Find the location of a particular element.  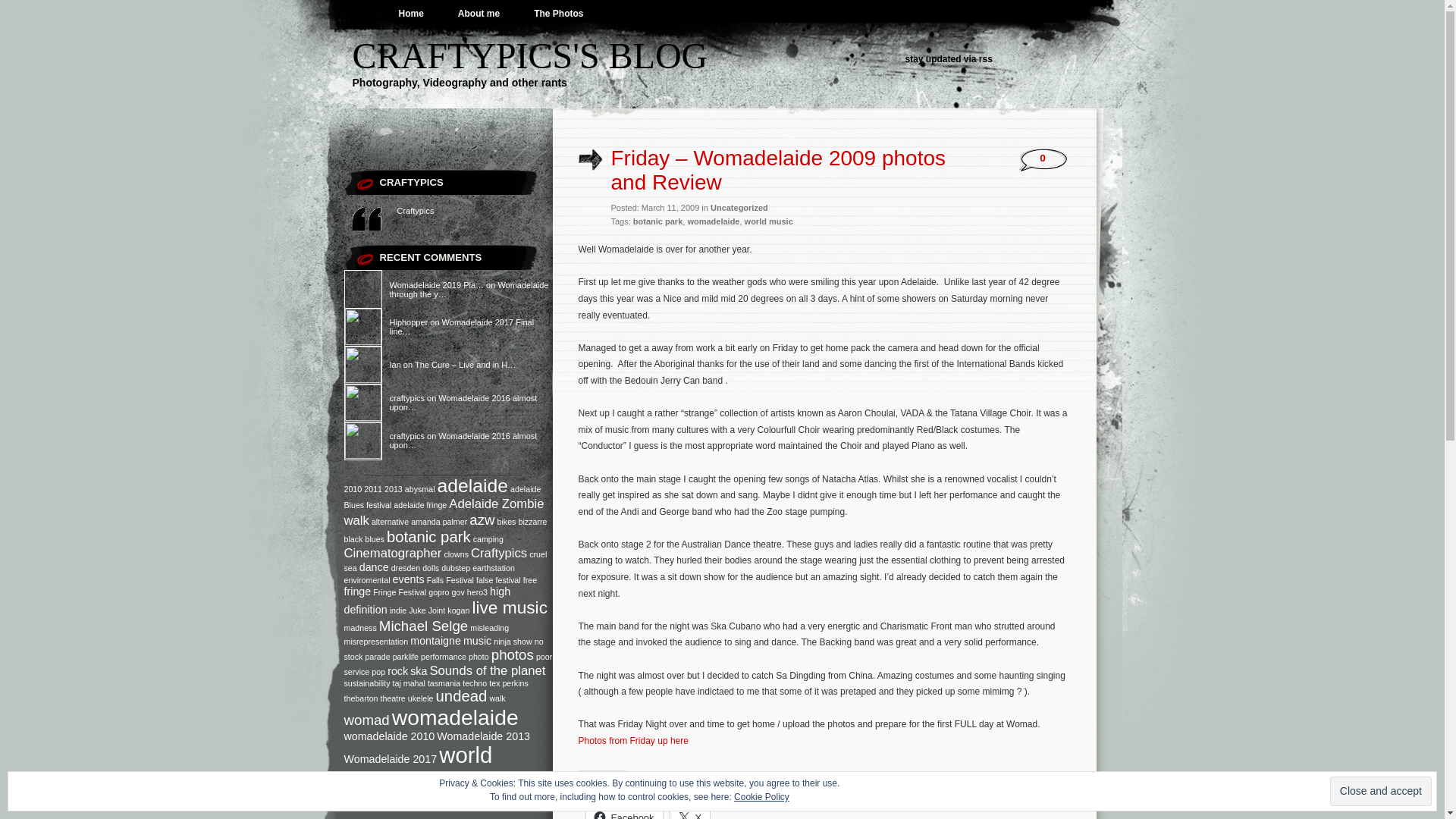

'tasmania' is located at coordinates (443, 683).